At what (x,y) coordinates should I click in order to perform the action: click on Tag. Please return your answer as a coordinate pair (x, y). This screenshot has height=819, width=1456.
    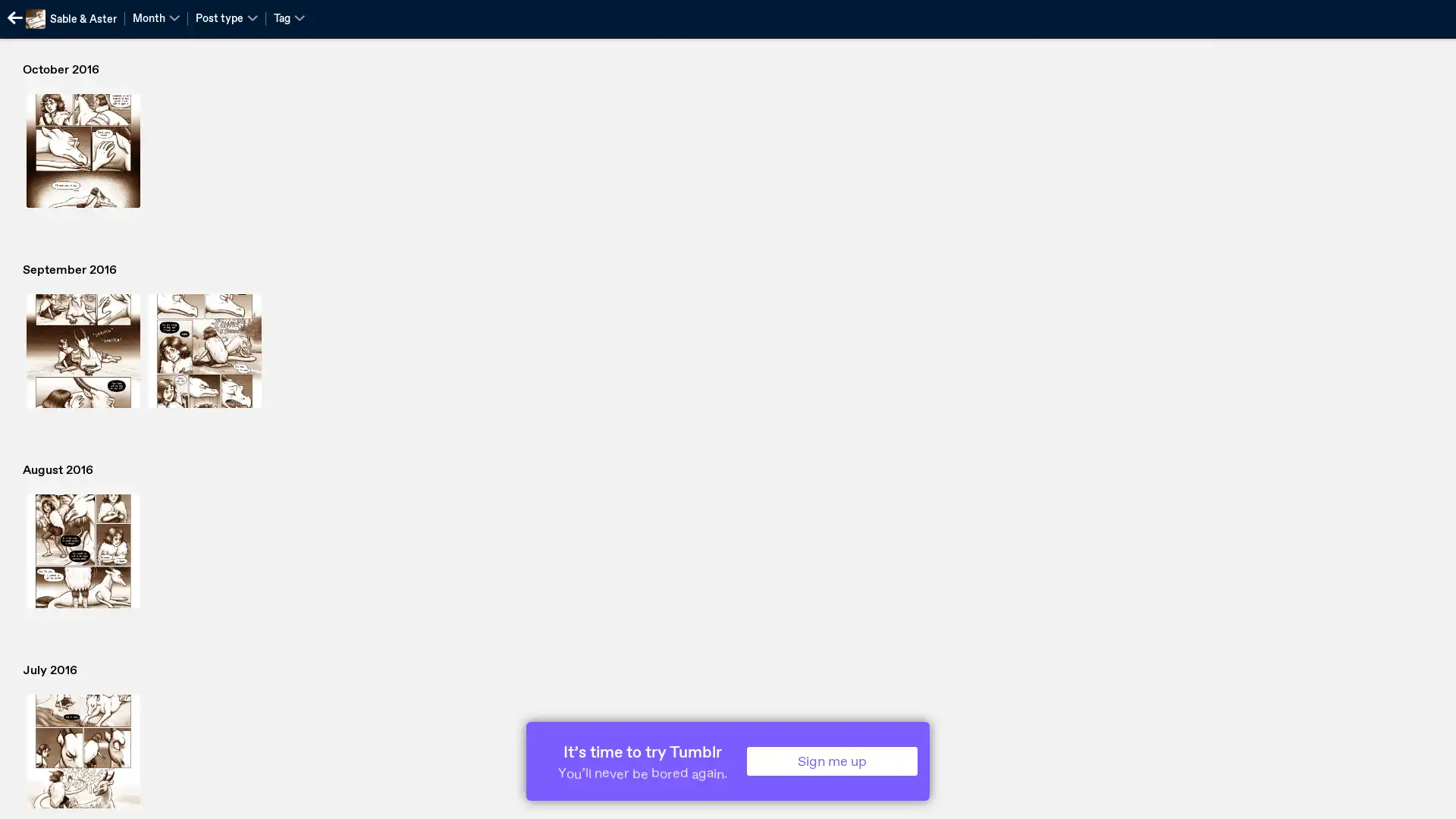
    Looking at the image, I should click on (289, 17).